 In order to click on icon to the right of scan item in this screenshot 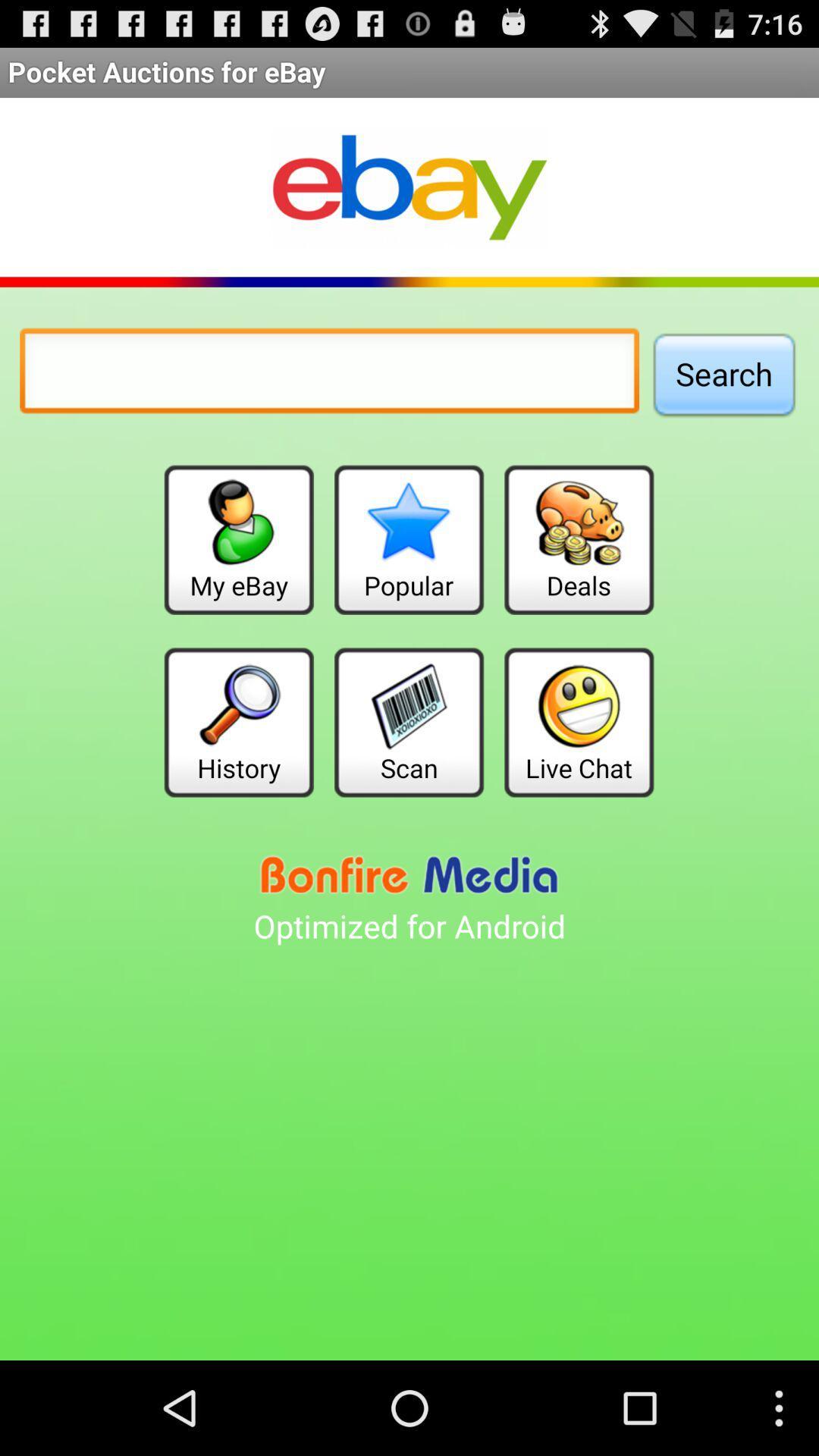, I will do `click(579, 721)`.